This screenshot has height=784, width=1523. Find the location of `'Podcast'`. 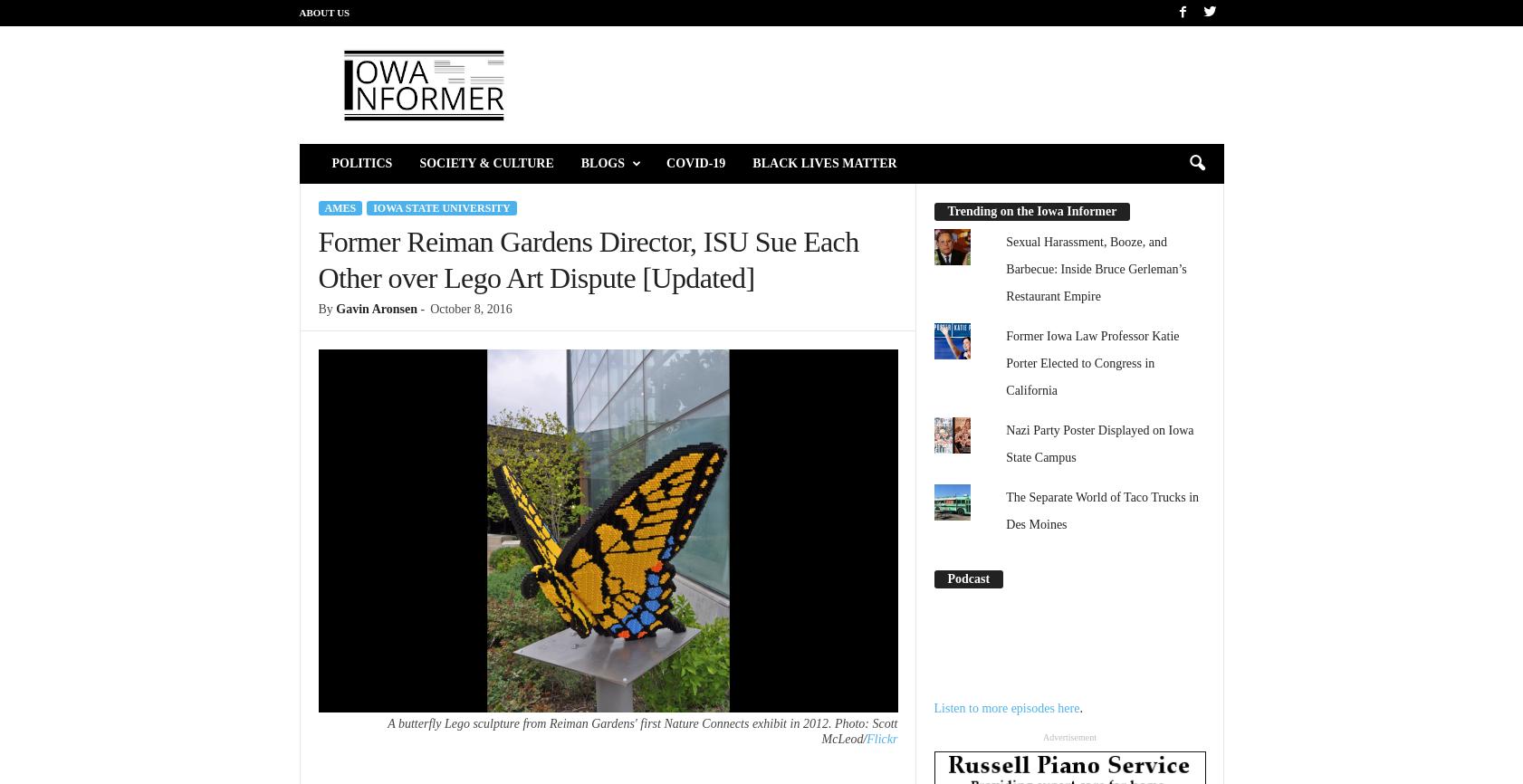

'Podcast' is located at coordinates (967, 578).